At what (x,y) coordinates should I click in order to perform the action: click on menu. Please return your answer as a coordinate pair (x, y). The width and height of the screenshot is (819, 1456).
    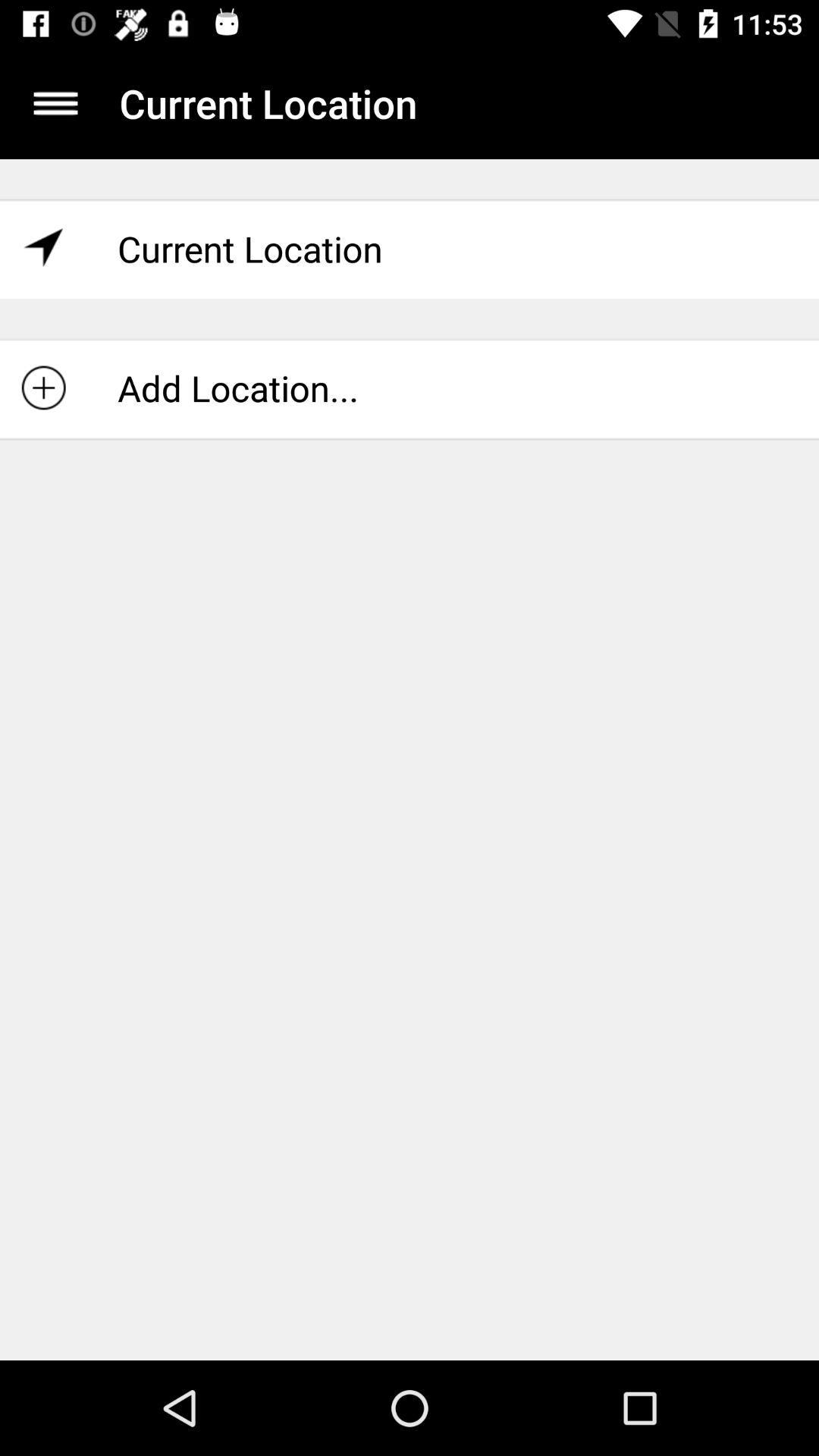
    Looking at the image, I should click on (55, 102).